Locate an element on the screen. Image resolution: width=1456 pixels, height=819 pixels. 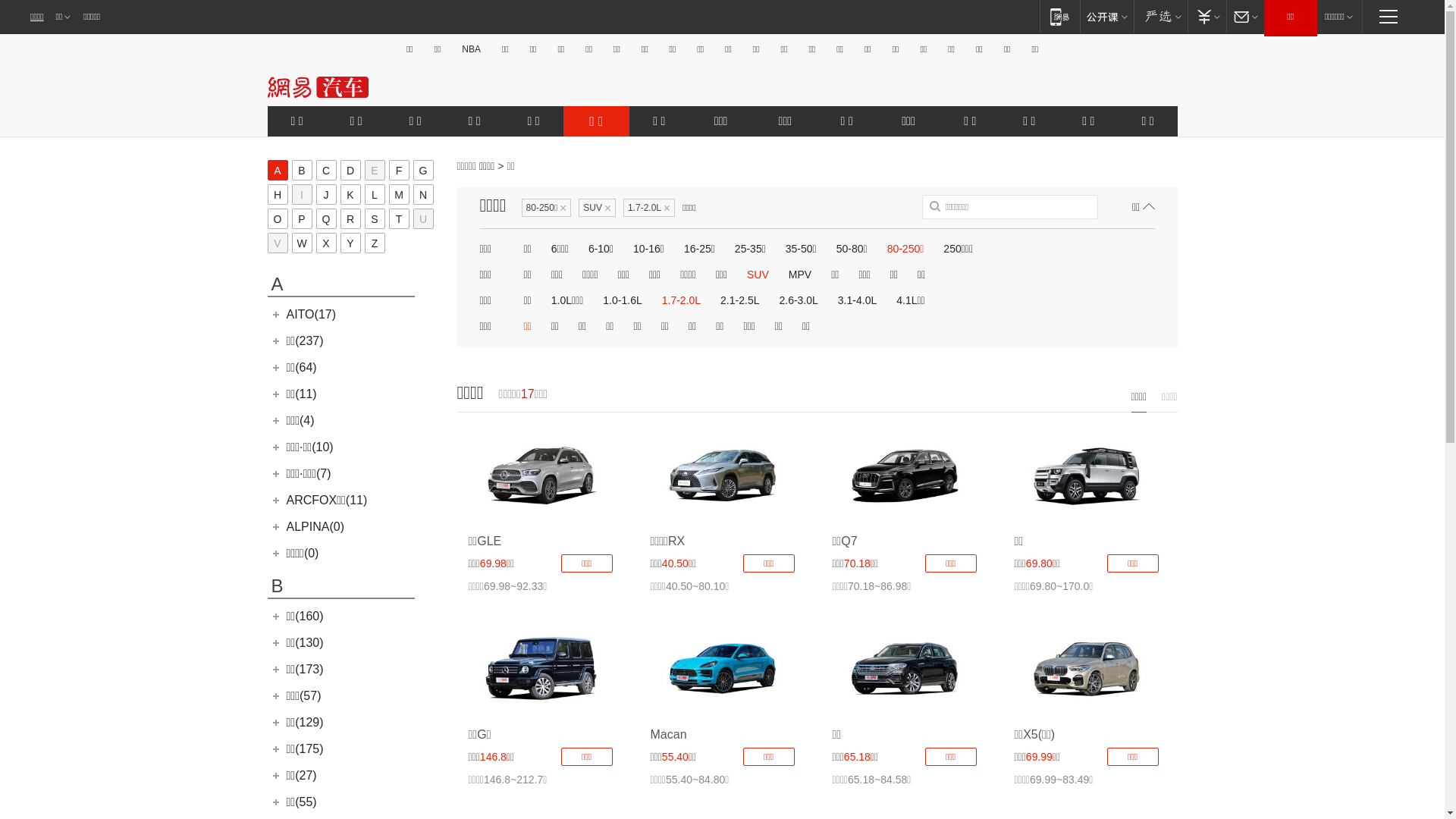
'L' is located at coordinates (374, 193).